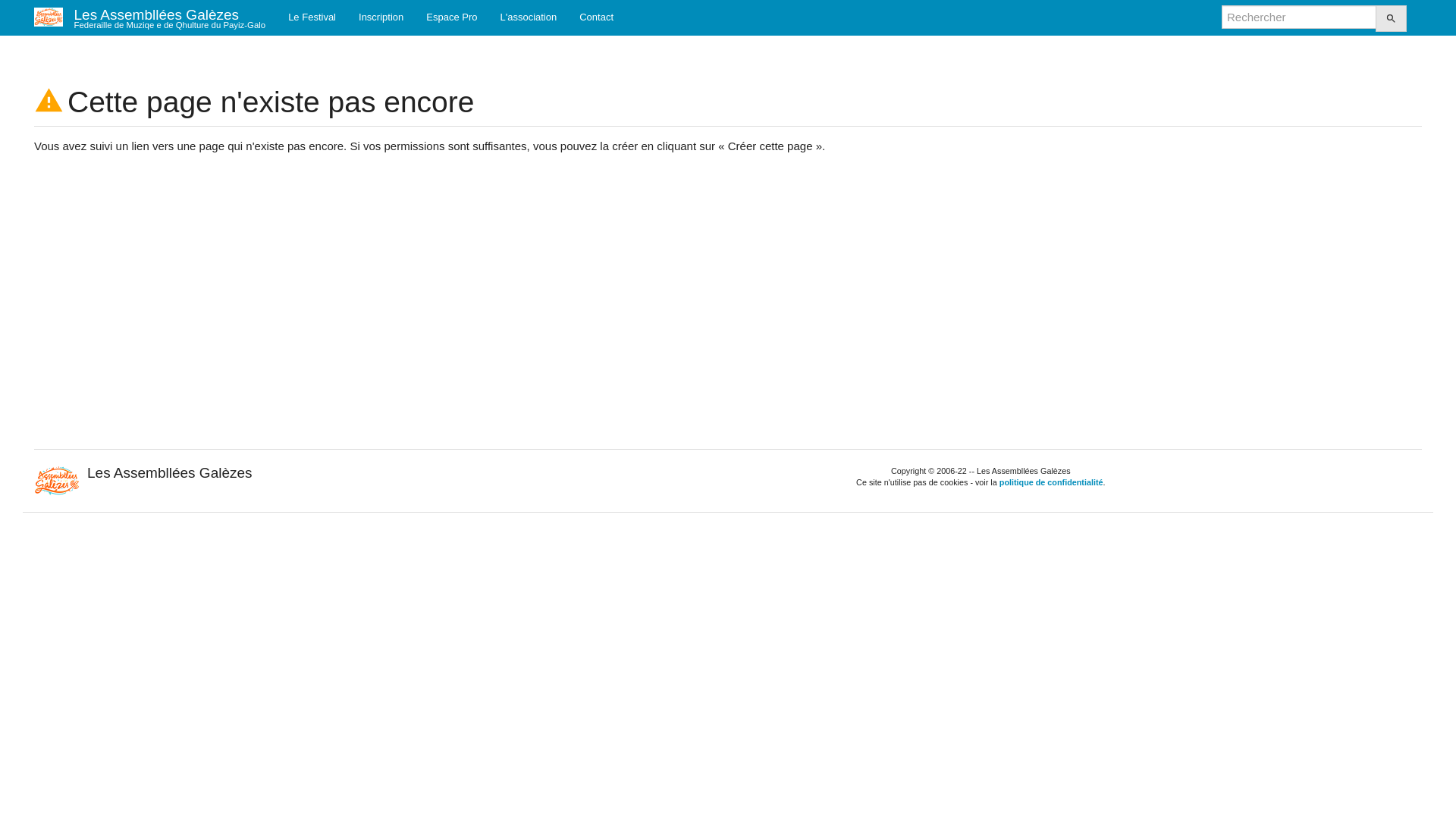 Image resolution: width=1456 pixels, height=819 pixels. I want to click on 'Espace Pro', so click(450, 17).